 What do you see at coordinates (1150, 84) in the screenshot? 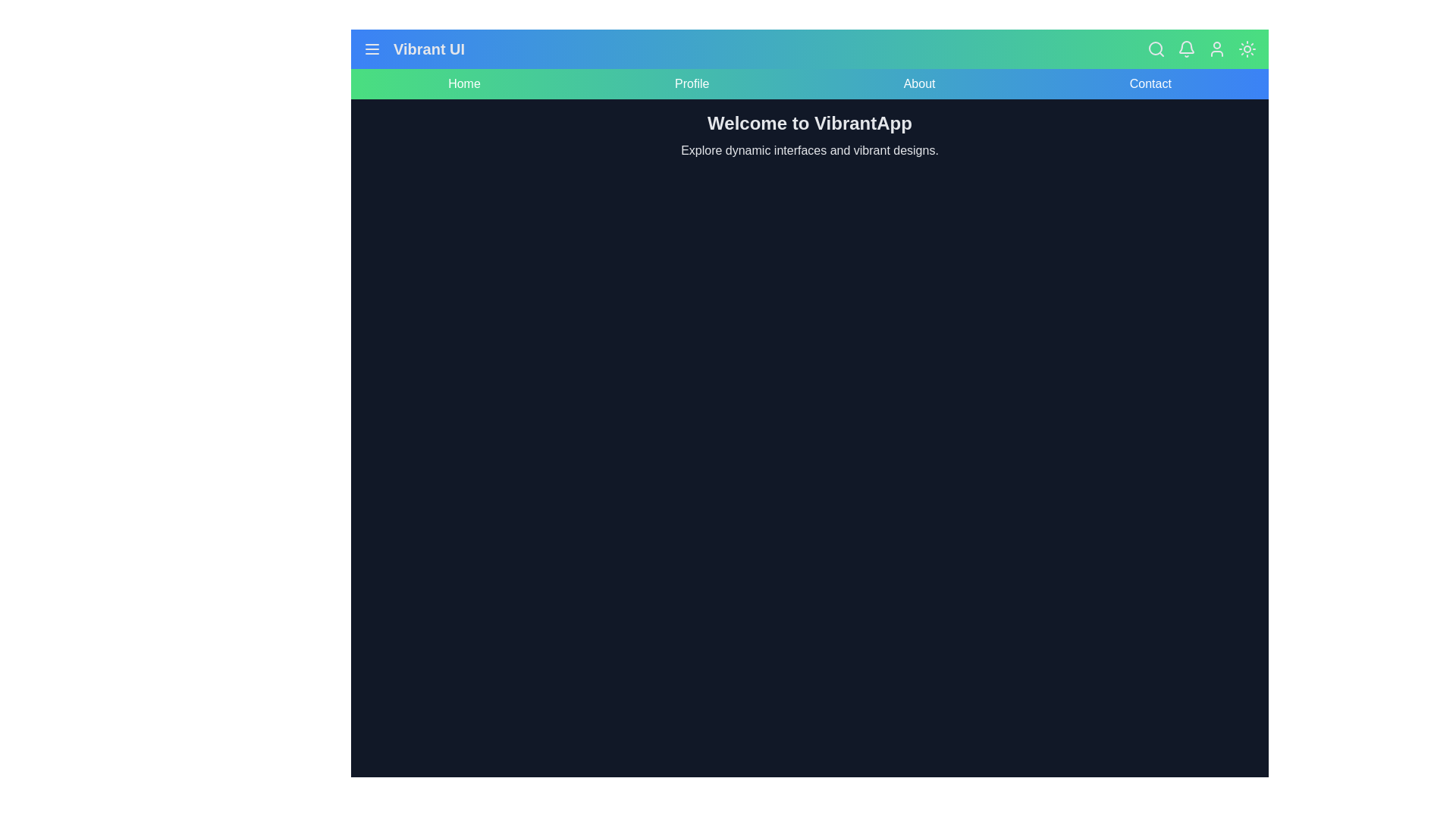
I see `the Contact navigation link` at bounding box center [1150, 84].